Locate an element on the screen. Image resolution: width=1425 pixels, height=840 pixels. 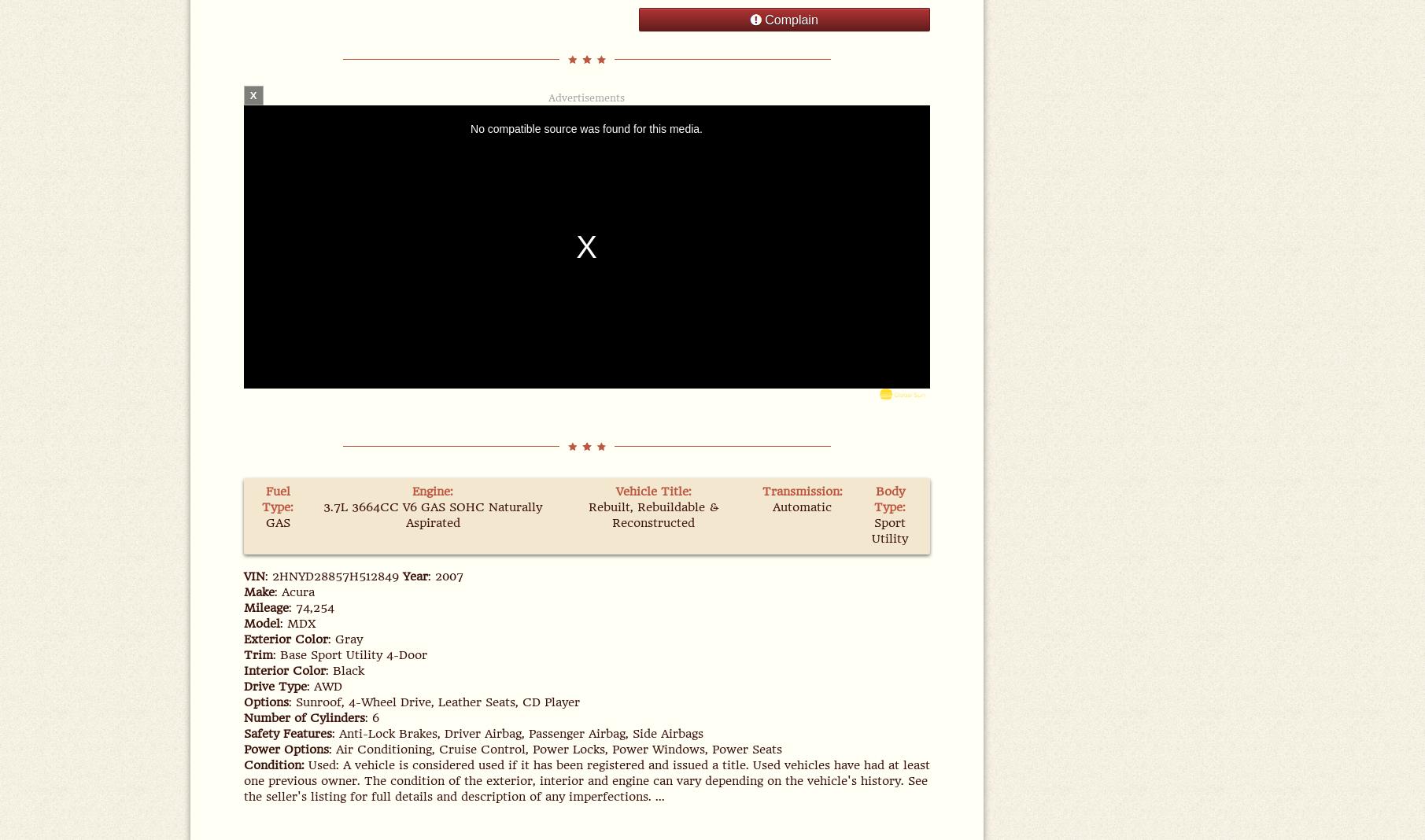
'Safety Features' is located at coordinates (286, 733).